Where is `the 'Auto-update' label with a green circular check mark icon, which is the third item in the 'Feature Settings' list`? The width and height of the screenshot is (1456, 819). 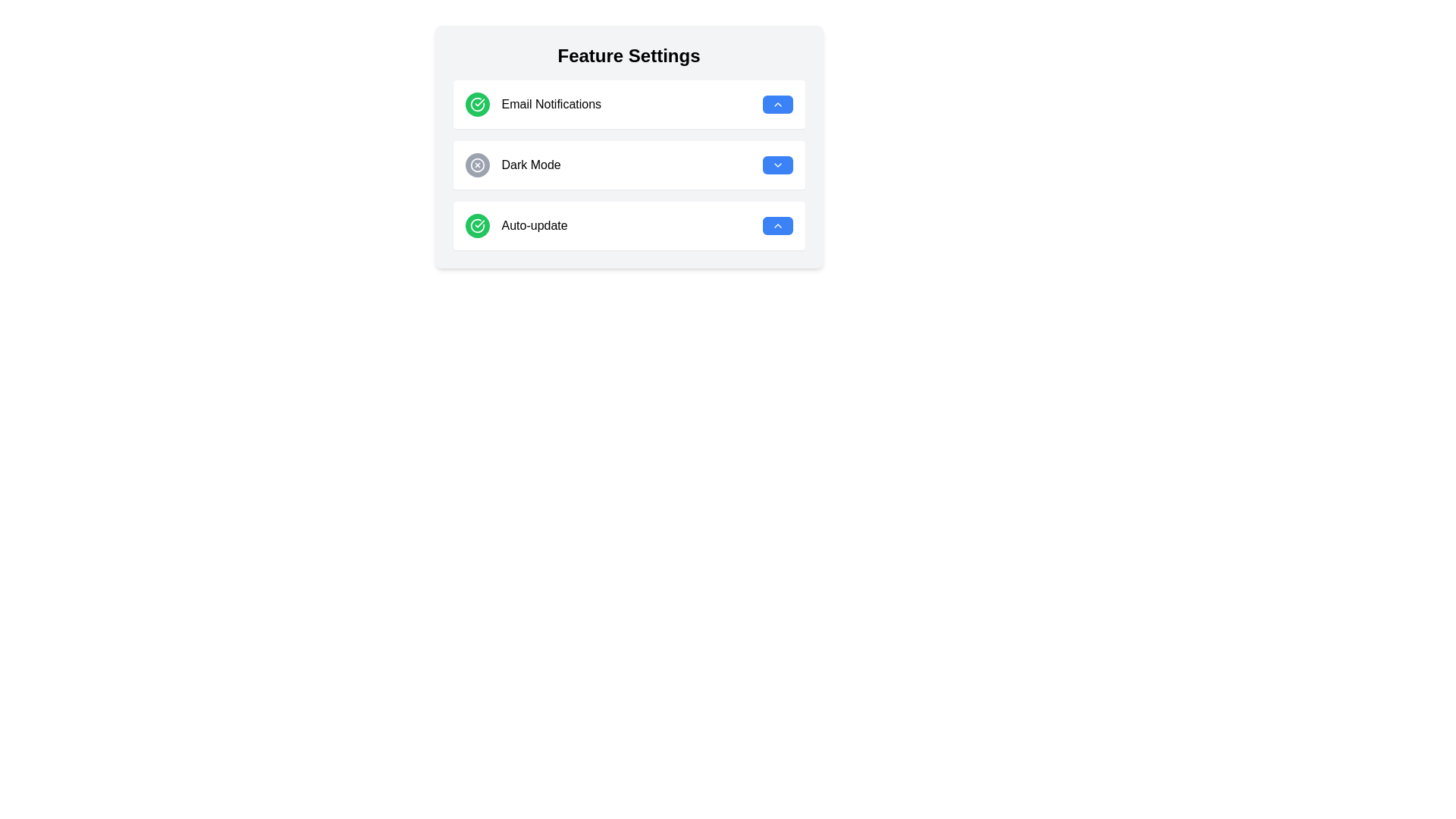
the 'Auto-update' label with a green circular check mark icon, which is the third item in the 'Feature Settings' list is located at coordinates (516, 225).